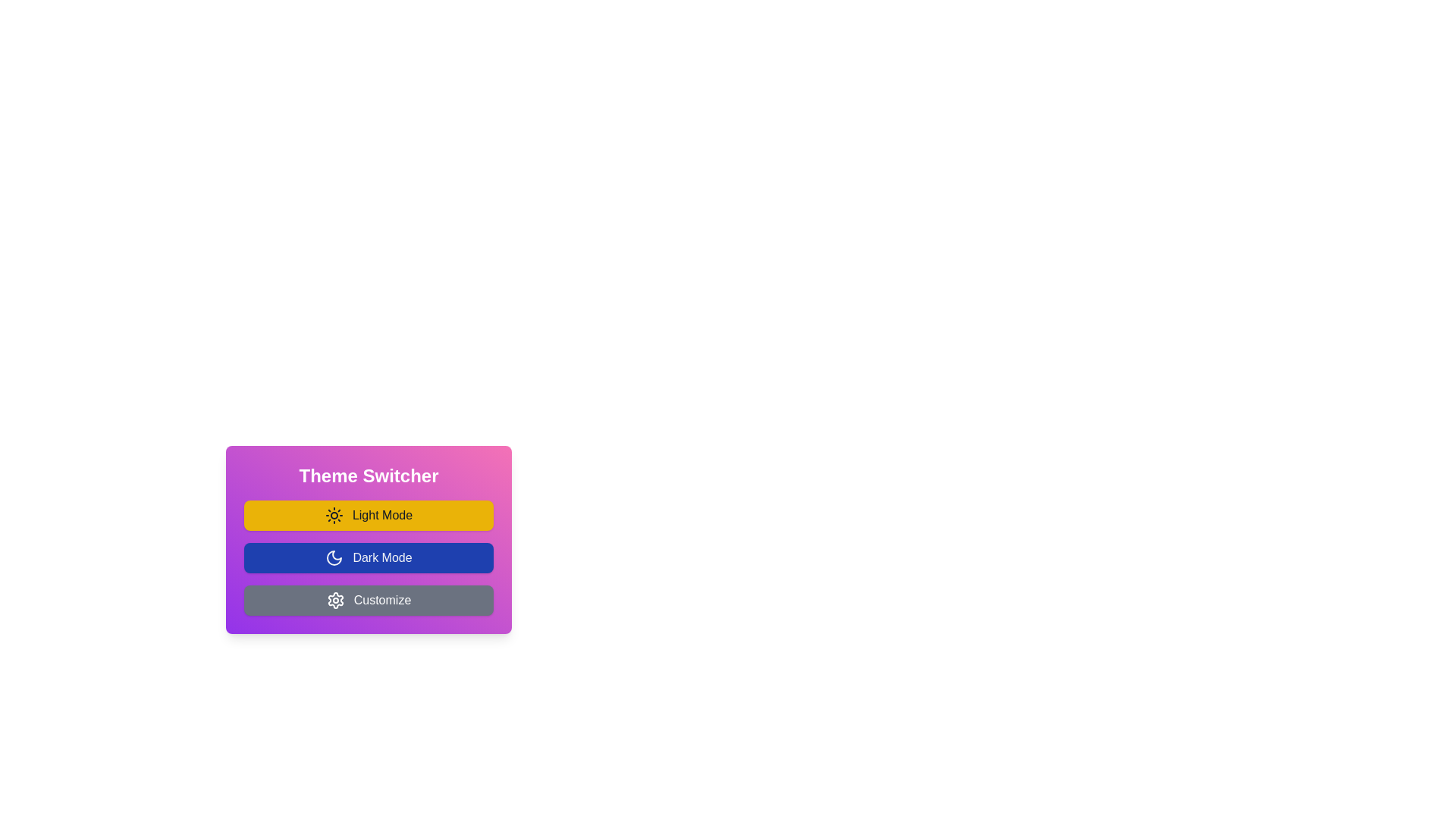 The image size is (1456, 819). I want to click on the text label that reads 'Dark Mode', which is styled with a bold, white font against a dark blue rectangular background and is centered within the second button of the vertical menu of theme options, so click(382, 558).